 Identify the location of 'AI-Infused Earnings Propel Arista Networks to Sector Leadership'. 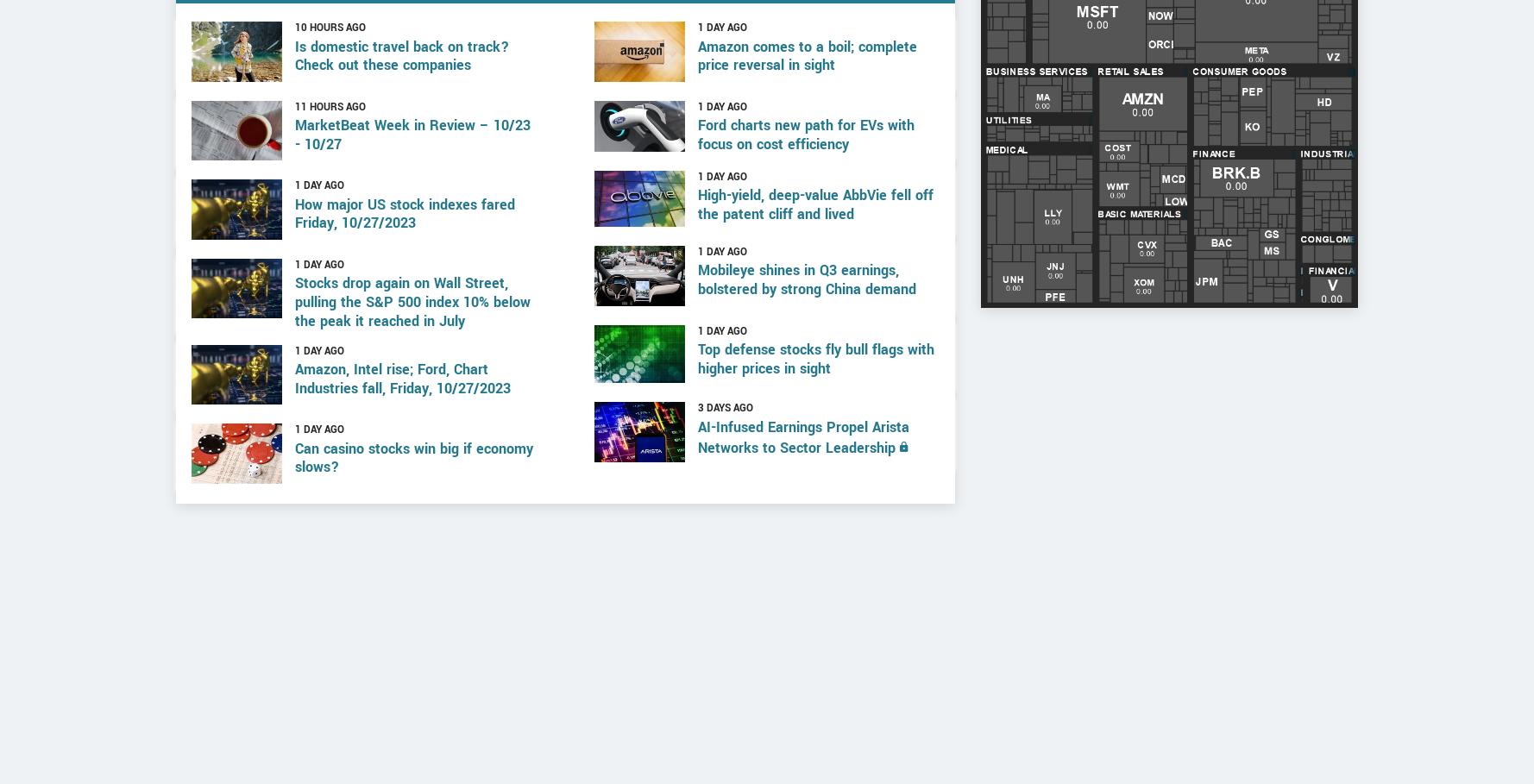
(802, 503).